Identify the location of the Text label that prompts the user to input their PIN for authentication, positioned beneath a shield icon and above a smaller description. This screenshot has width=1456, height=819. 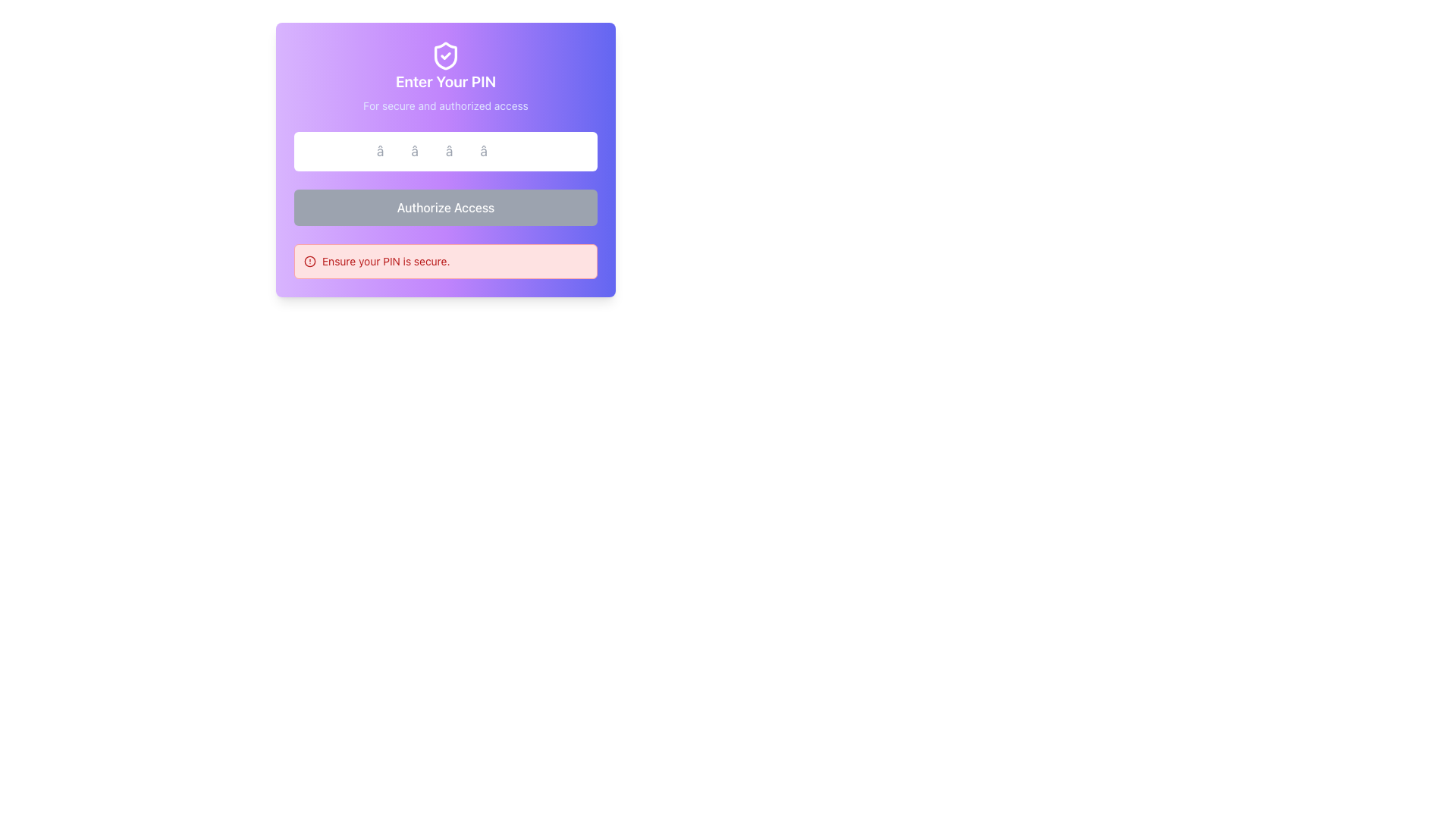
(445, 82).